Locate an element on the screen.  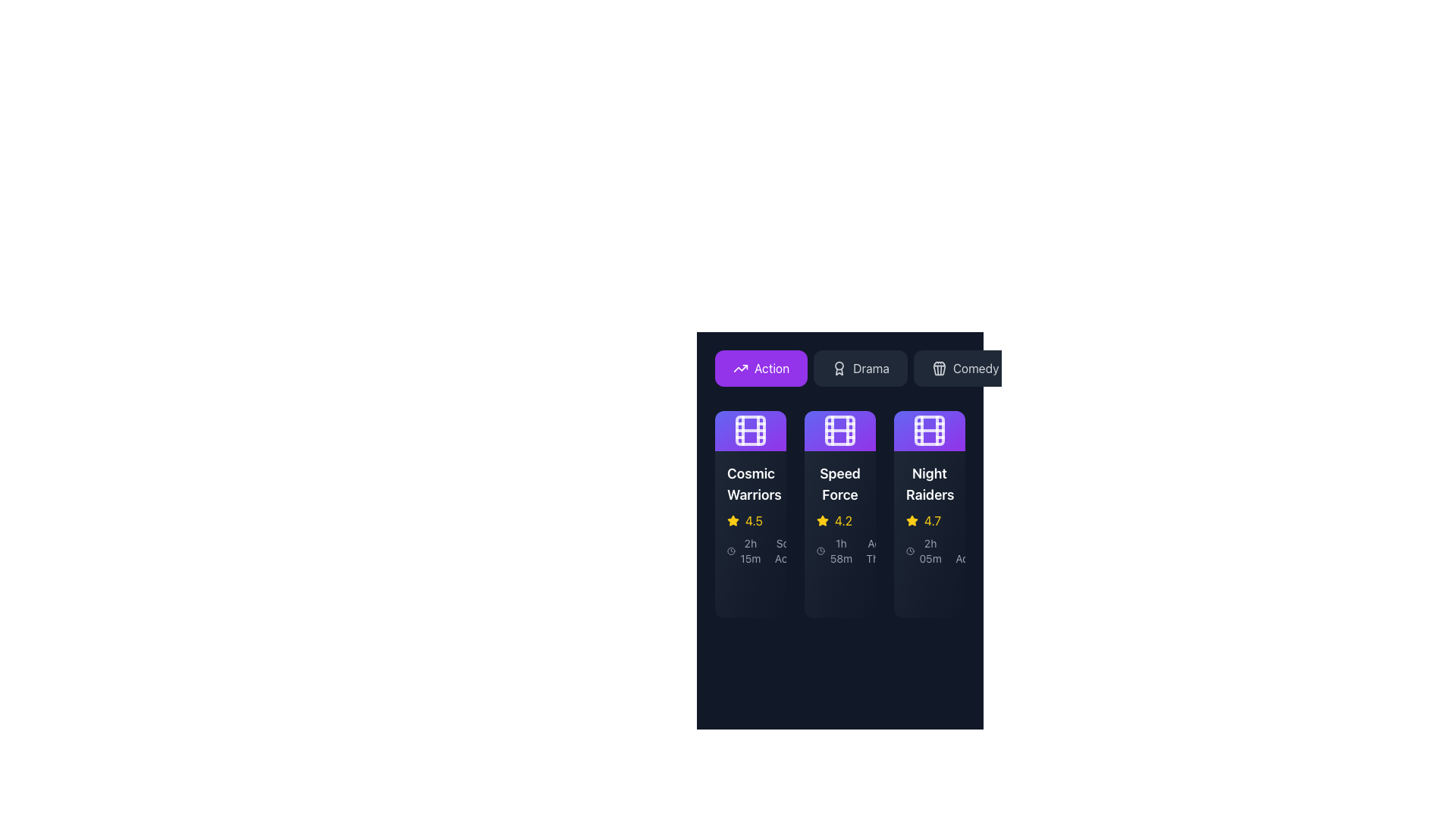
the circular base of the clock icon located under the movie 'Speed Force' in the interface is located at coordinates (820, 551).